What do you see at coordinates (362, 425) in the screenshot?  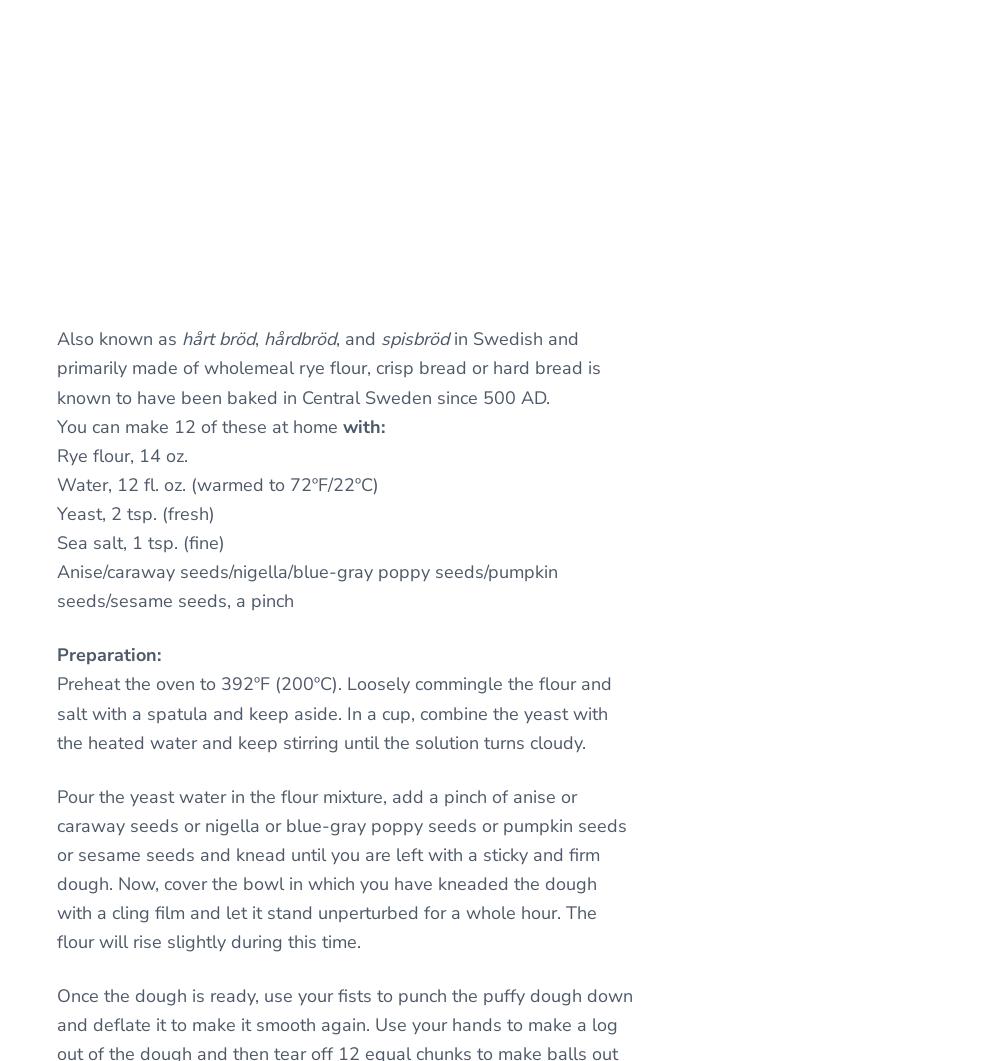 I see `'with:'` at bounding box center [362, 425].